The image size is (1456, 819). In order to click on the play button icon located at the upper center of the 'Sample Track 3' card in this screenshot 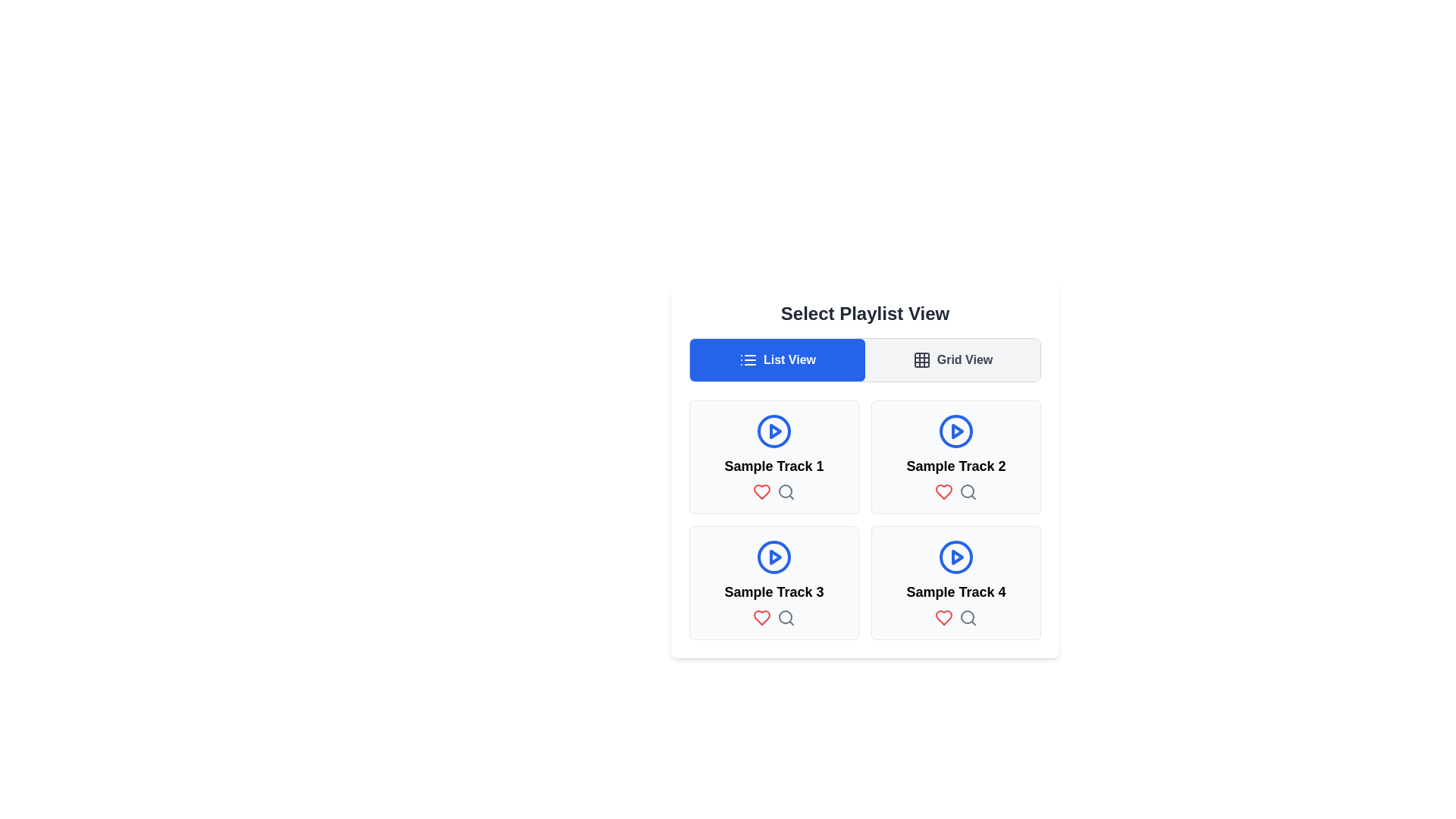, I will do `click(774, 557)`.